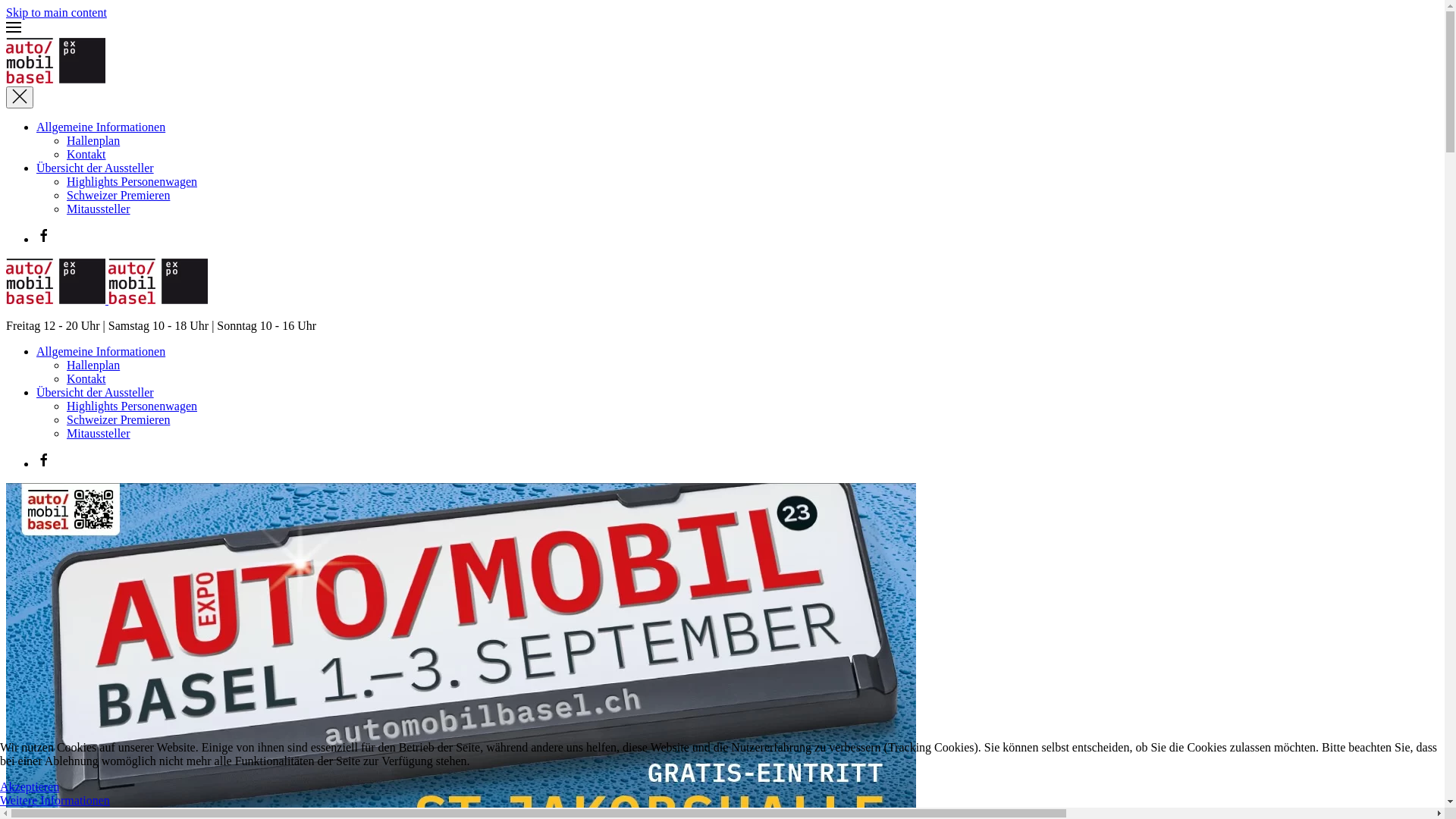 This screenshot has width=1456, height=819. I want to click on 'Allgemeine Informationen', so click(36, 126).